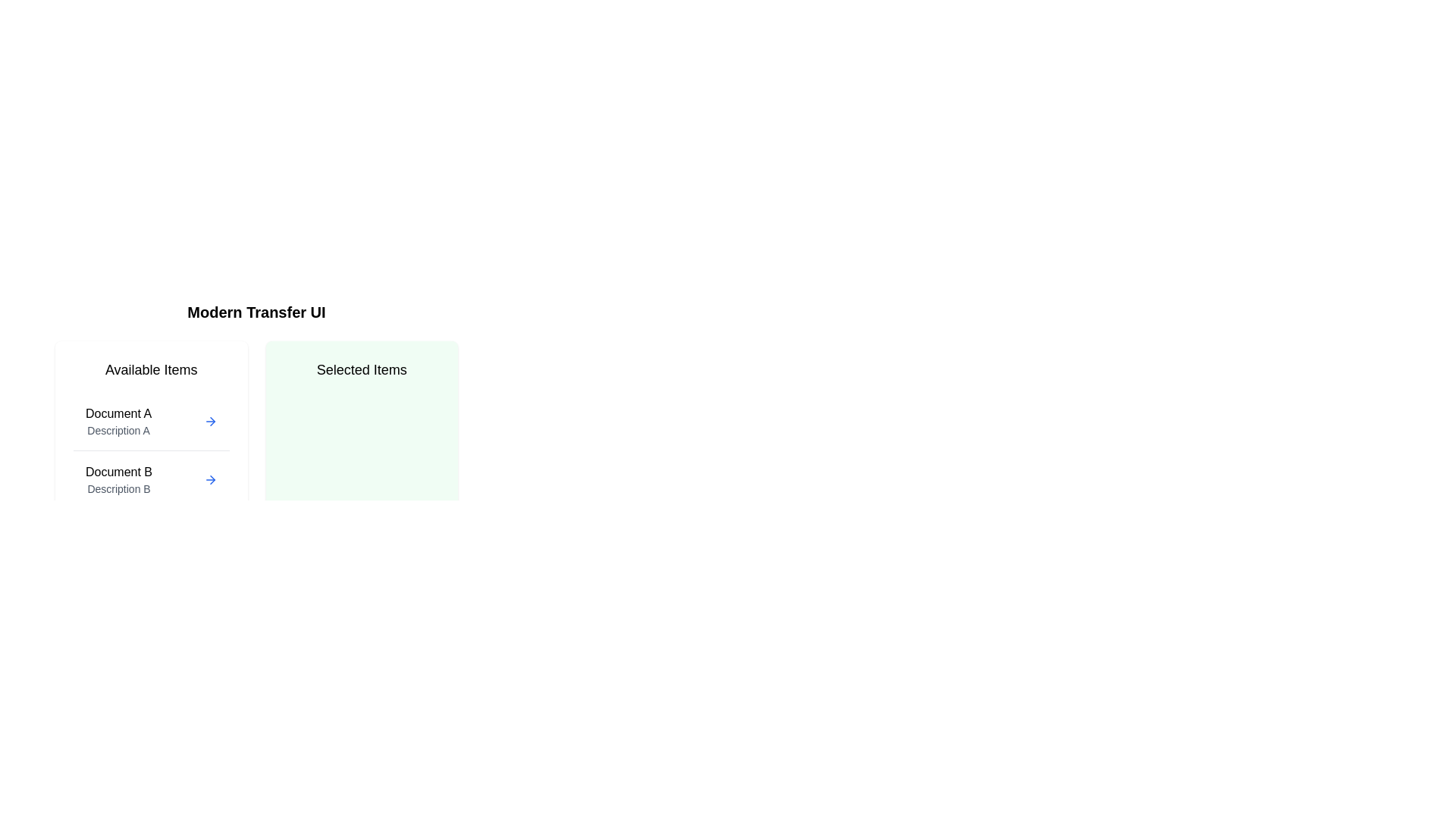  Describe the element at coordinates (118, 414) in the screenshot. I see `the static text label that serves as the title or primary identifier for the corresponding item entry, located above 'Description A' in the 'Available Items' column` at that location.